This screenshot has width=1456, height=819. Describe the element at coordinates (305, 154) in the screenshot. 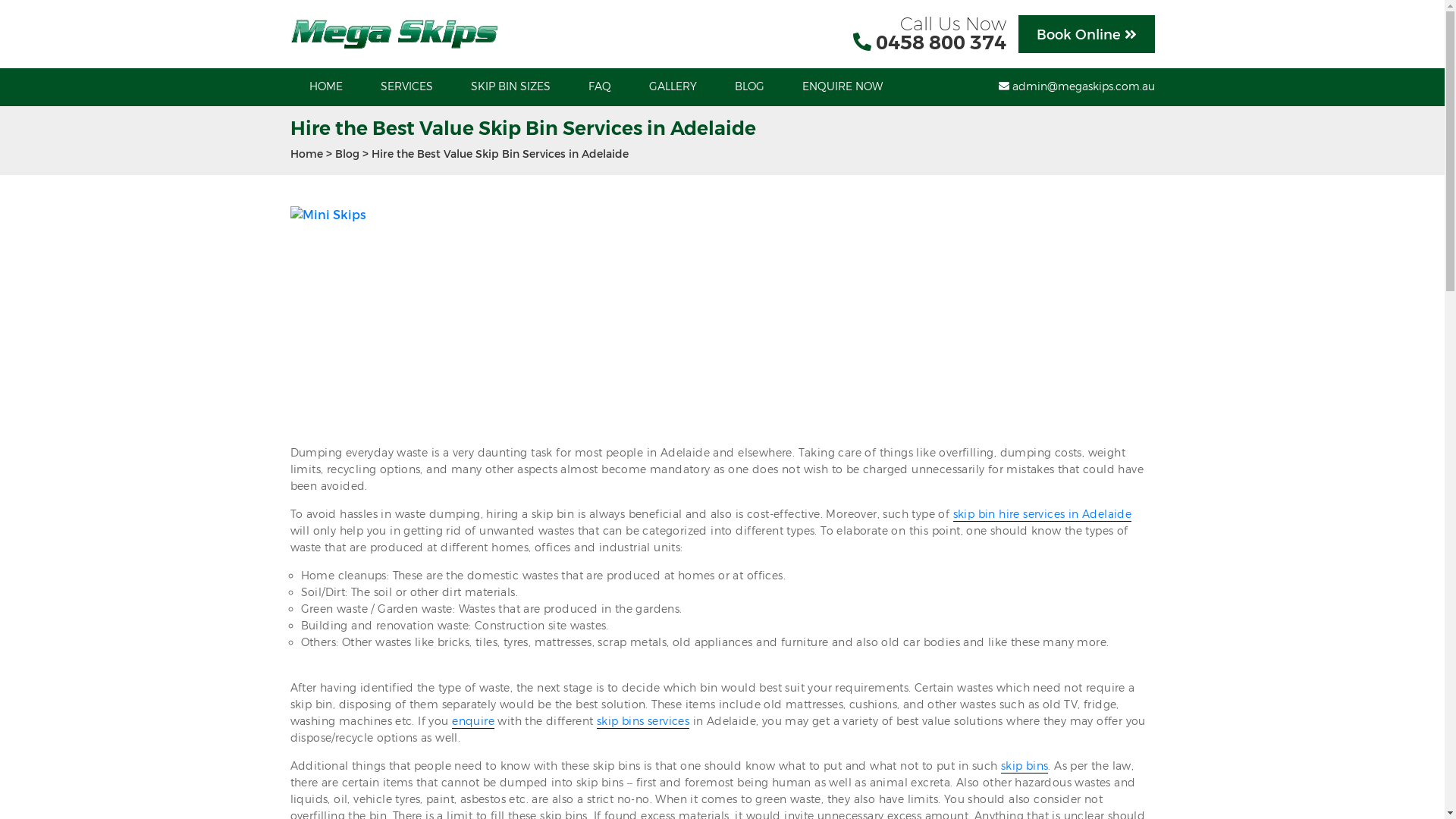

I see `'Home'` at that location.